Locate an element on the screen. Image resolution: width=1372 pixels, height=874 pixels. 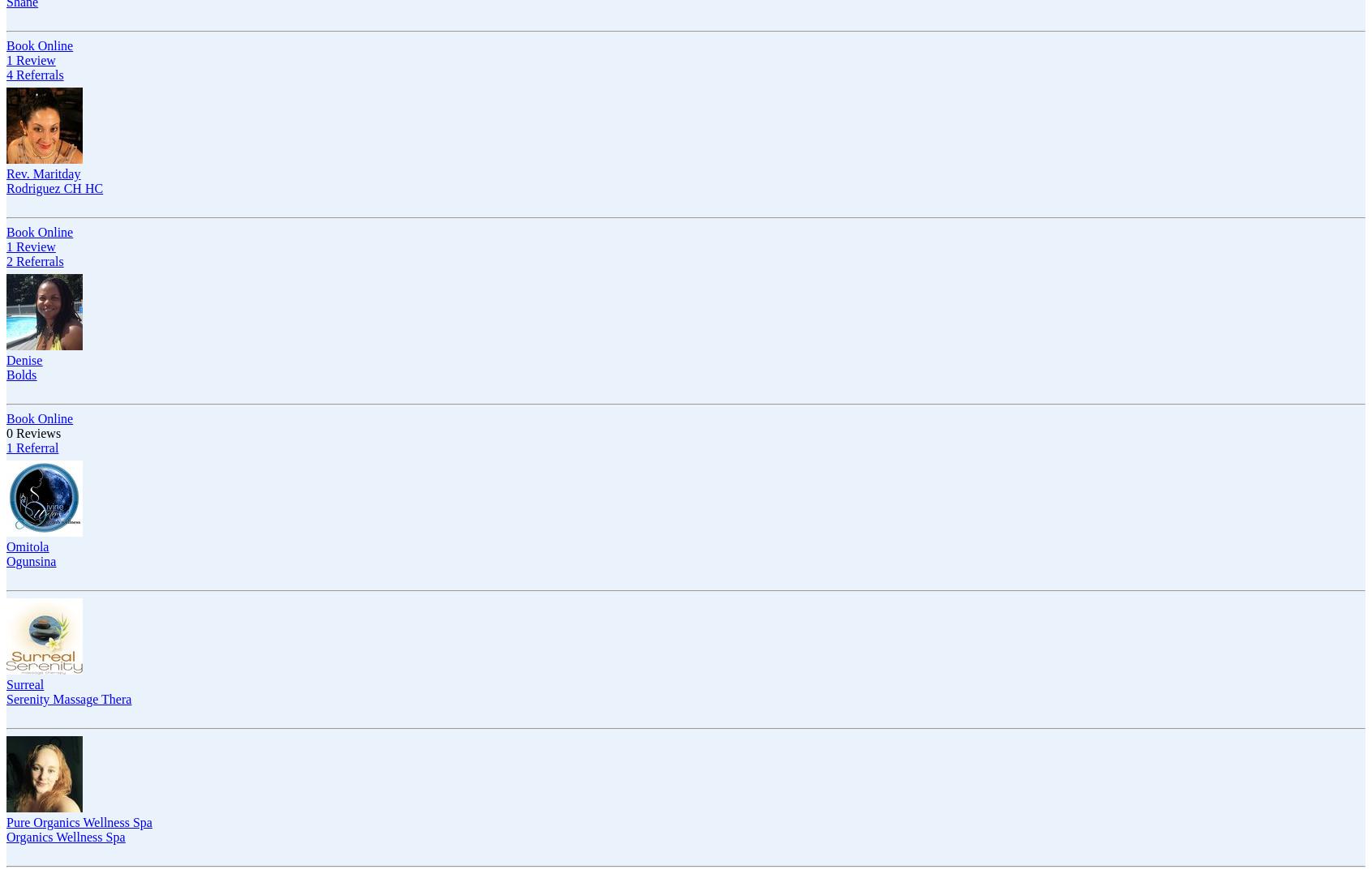
'Serenity Massage Thera' is located at coordinates (5, 698).